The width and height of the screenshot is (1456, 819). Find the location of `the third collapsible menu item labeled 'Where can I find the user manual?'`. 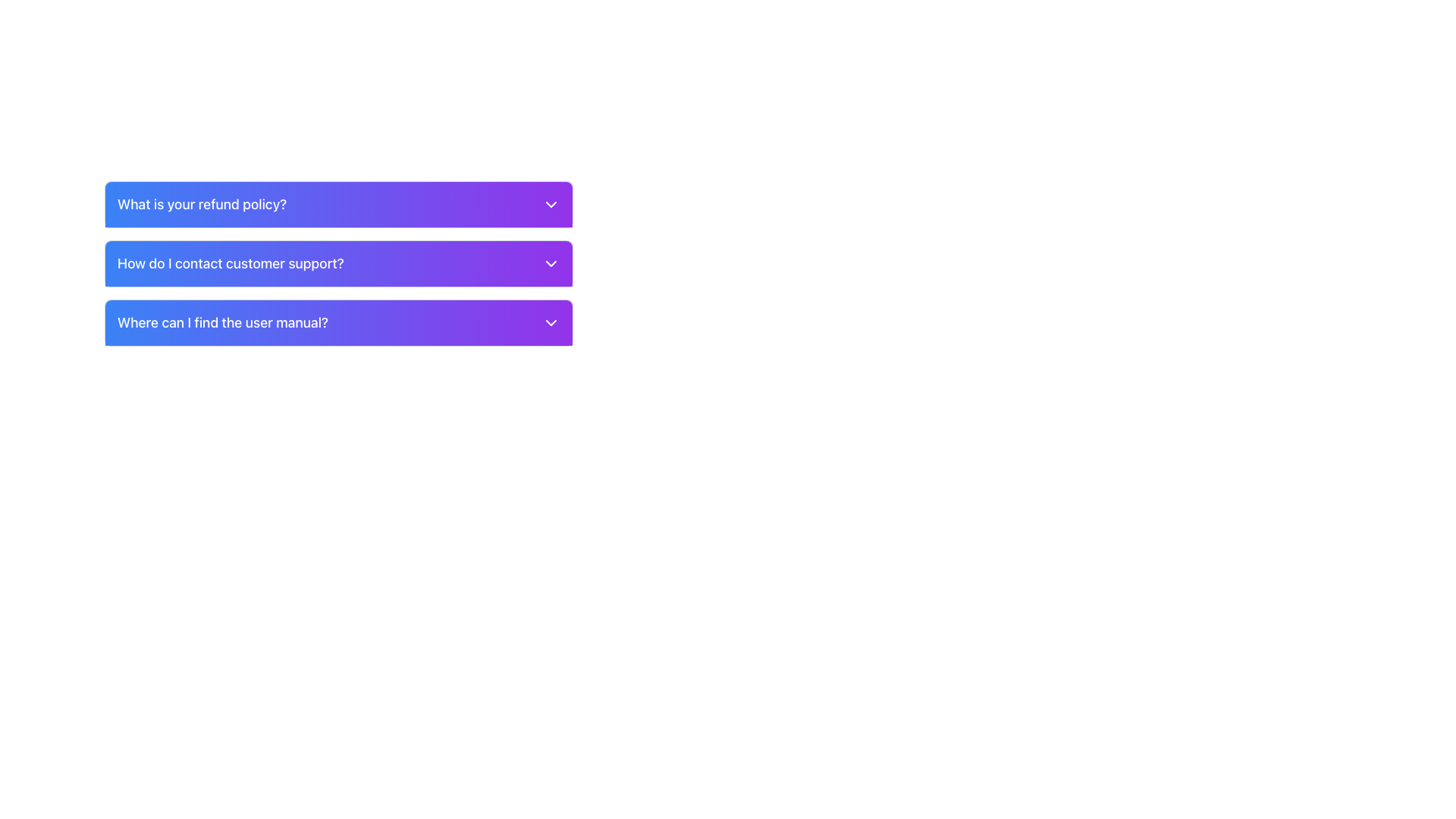

the third collapsible menu item labeled 'Where can I find the user manual?' is located at coordinates (337, 322).